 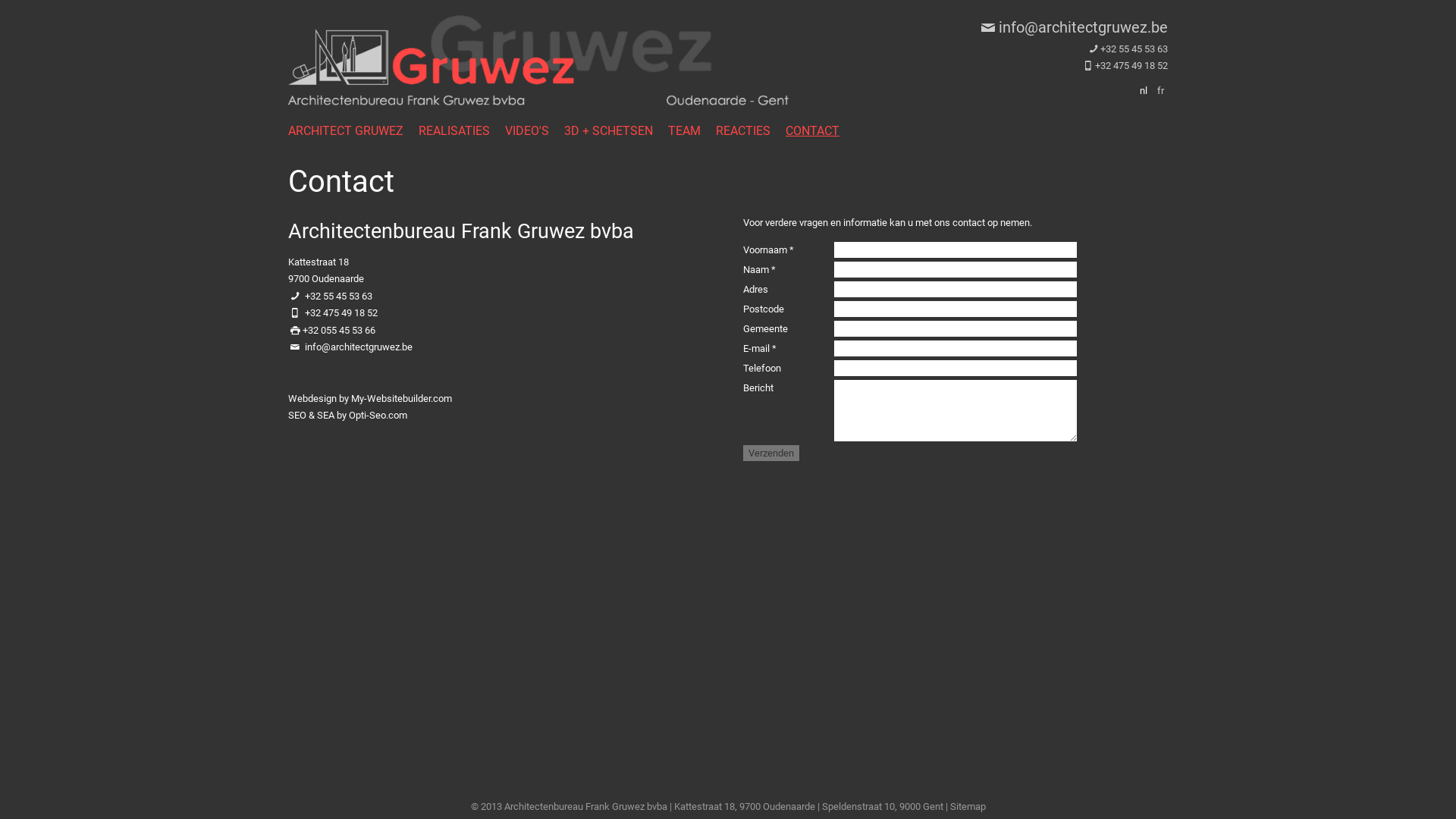 I want to click on 'VIDEO'S', so click(x=505, y=130).